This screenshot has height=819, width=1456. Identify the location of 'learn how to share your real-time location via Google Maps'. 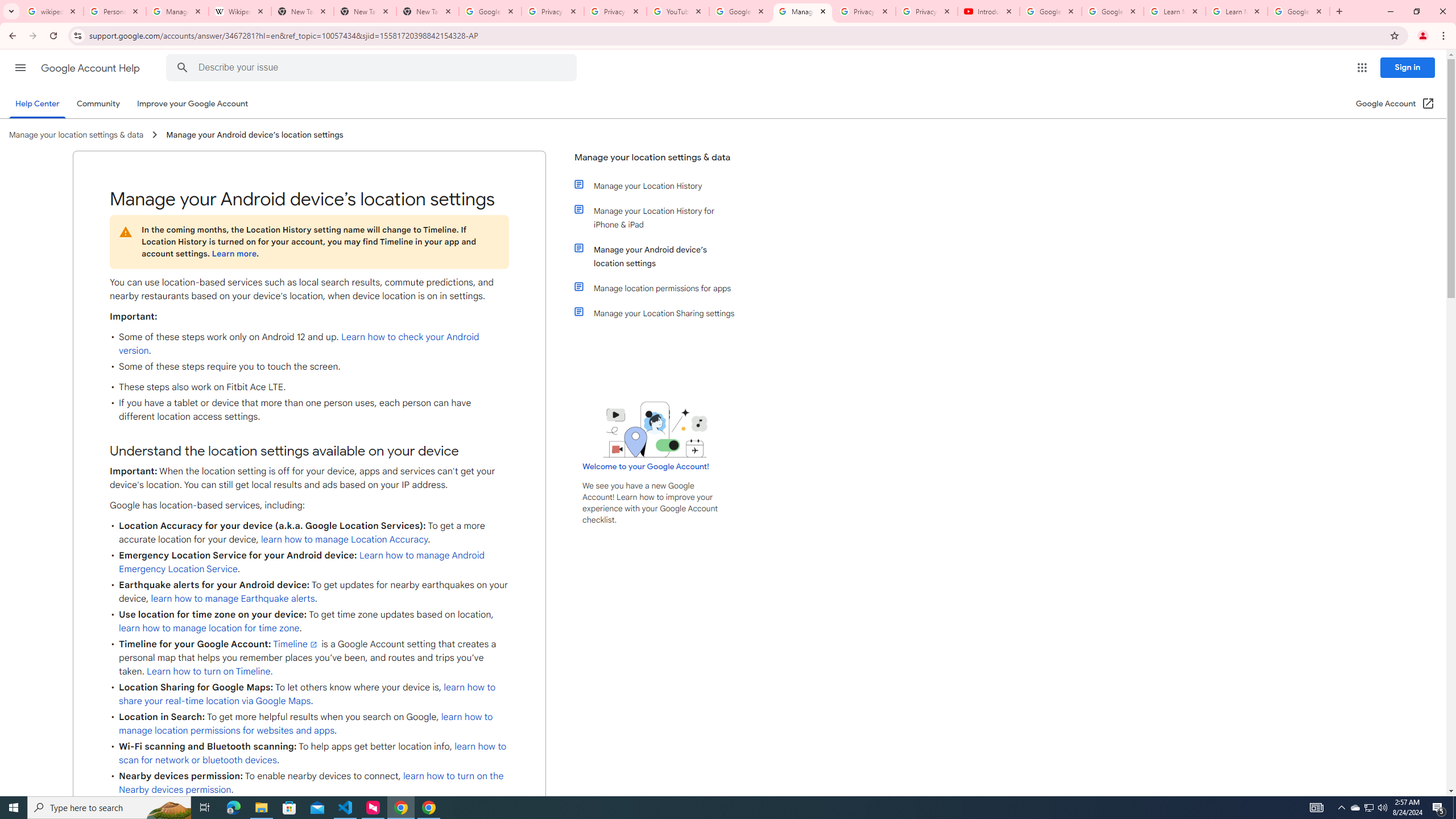
(308, 694).